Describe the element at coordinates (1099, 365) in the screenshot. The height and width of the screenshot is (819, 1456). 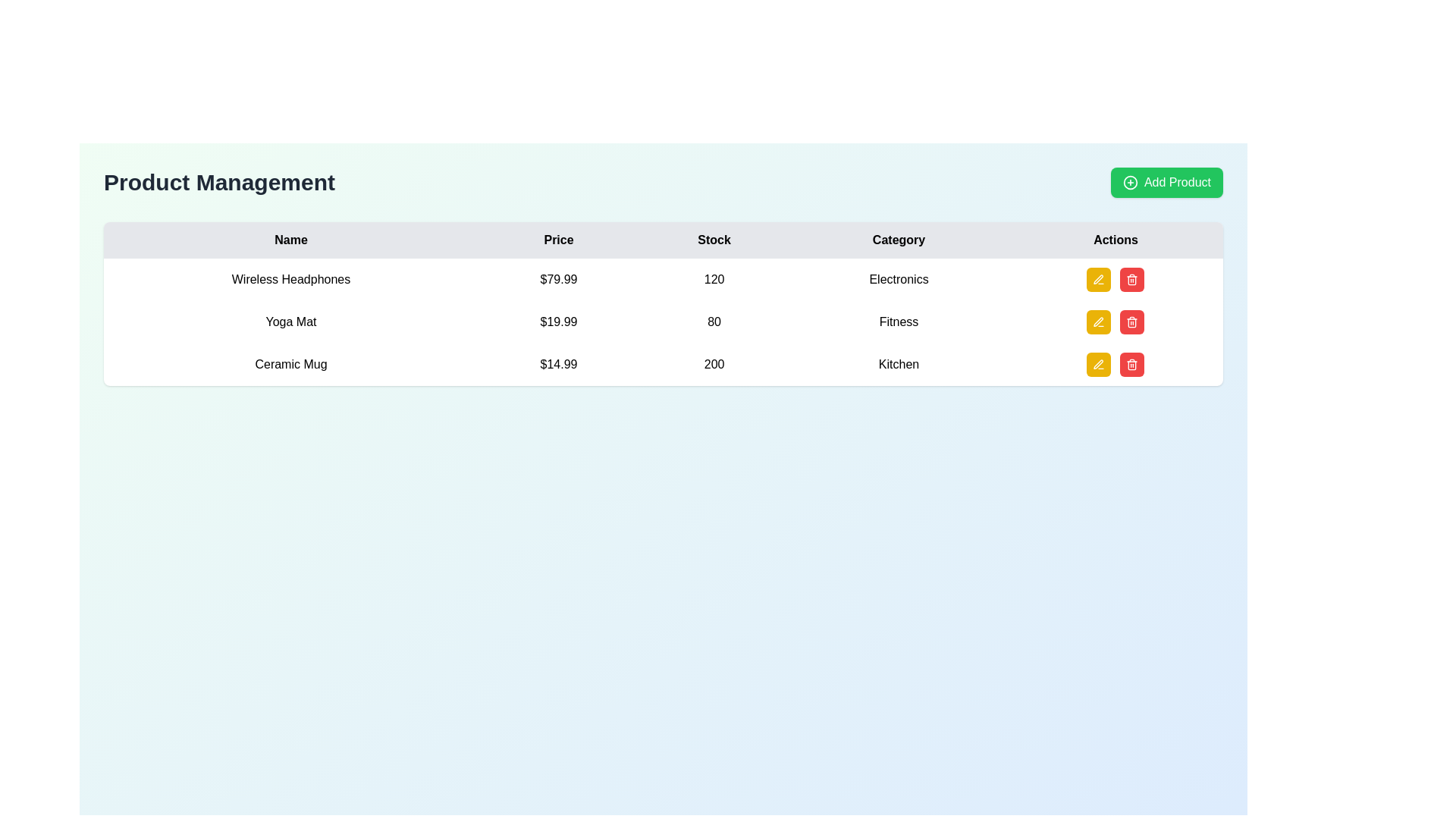
I see `the small yellow button with a pen icon in the 'Actions' column of the 'Ceramic Mug' row` at that location.